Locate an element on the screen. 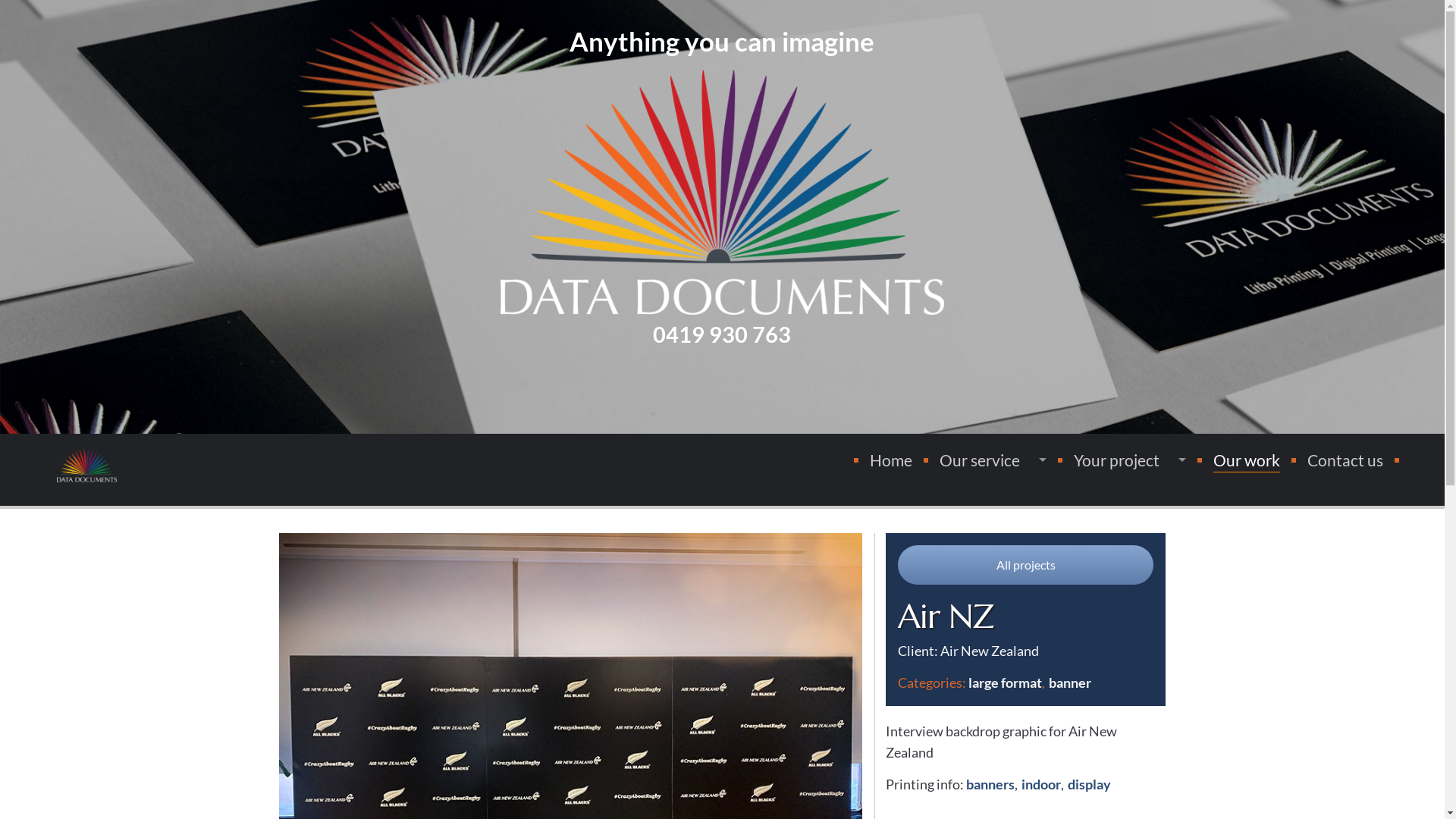 This screenshot has width=1456, height=819. 'Contact us' is located at coordinates (1345, 459).